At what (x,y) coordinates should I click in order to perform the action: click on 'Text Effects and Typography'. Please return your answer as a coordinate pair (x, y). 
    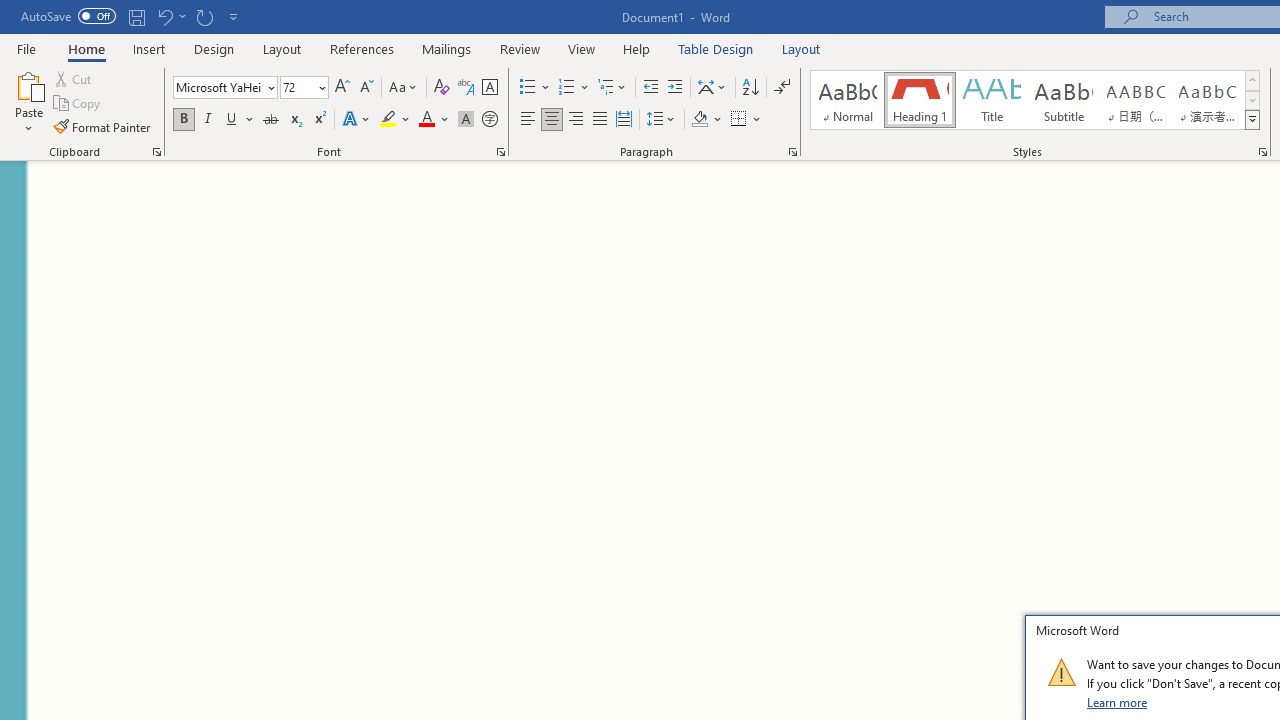
    Looking at the image, I should click on (357, 119).